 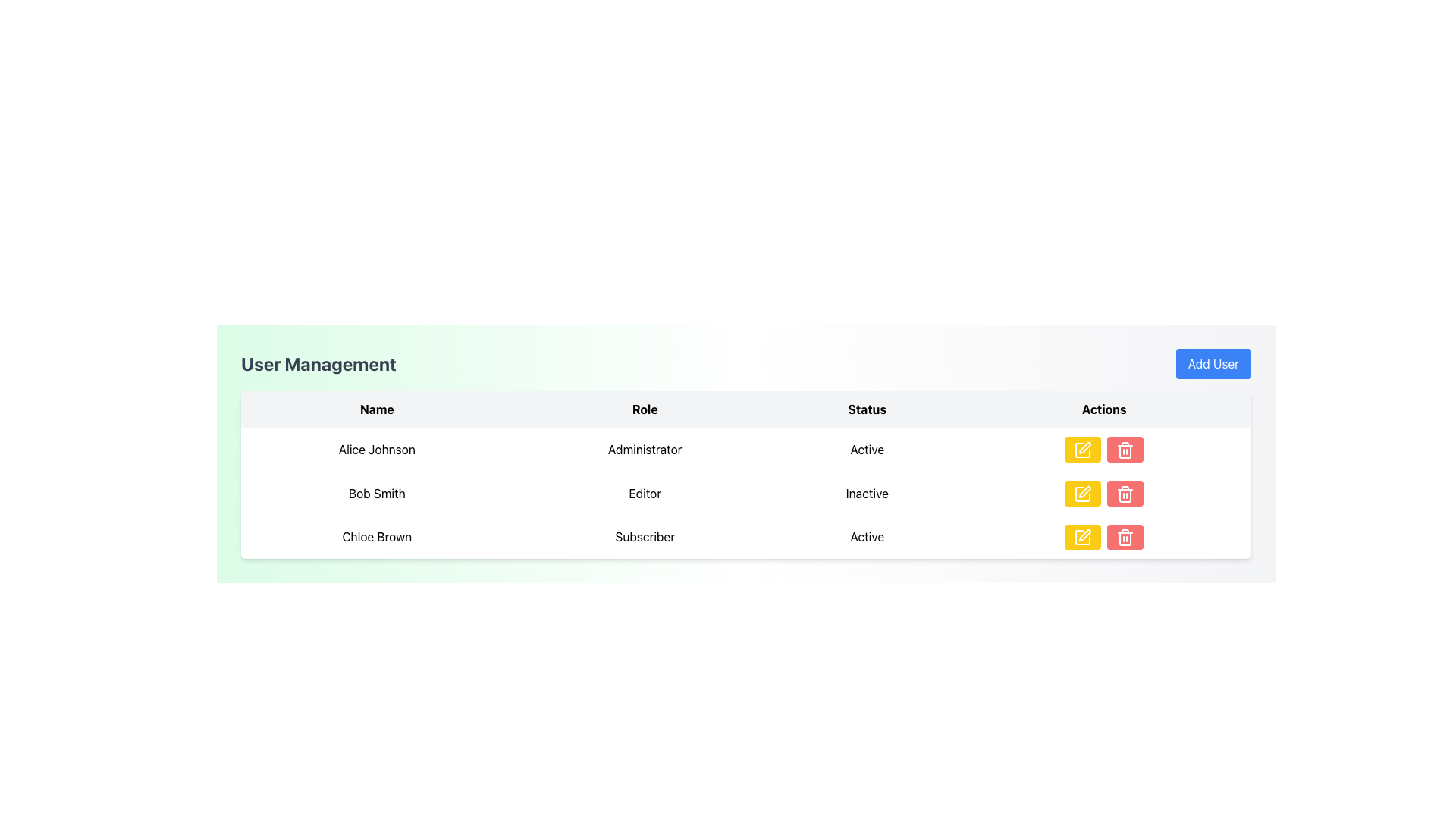 I want to click on the static text label displaying the user's name located in the first column of the first data row in the user management table, so click(x=377, y=448).